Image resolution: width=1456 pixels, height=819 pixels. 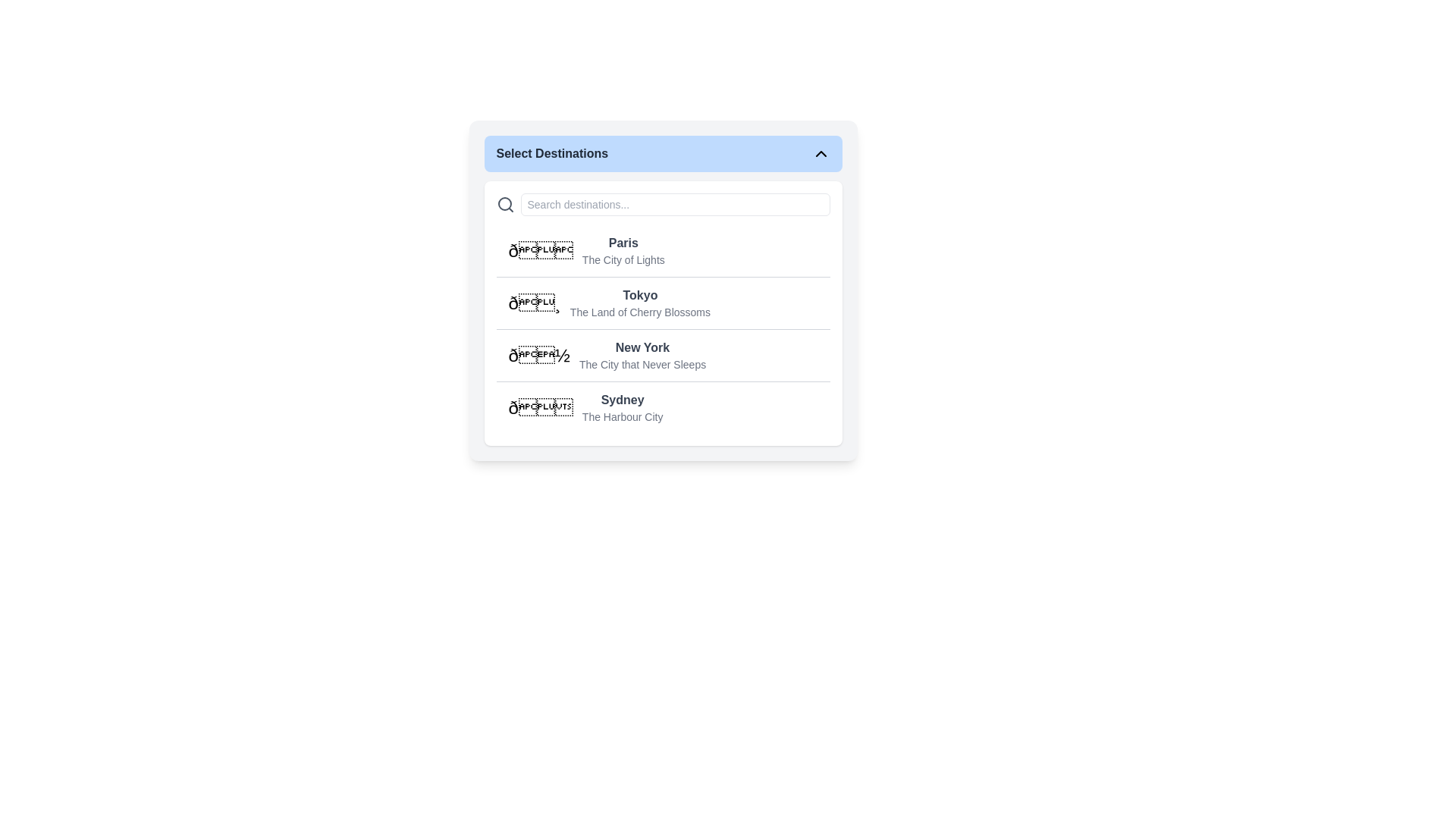 What do you see at coordinates (820, 154) in the screenshot?
I see `the Chevron-Up icon` at bounding box center [820, 154].